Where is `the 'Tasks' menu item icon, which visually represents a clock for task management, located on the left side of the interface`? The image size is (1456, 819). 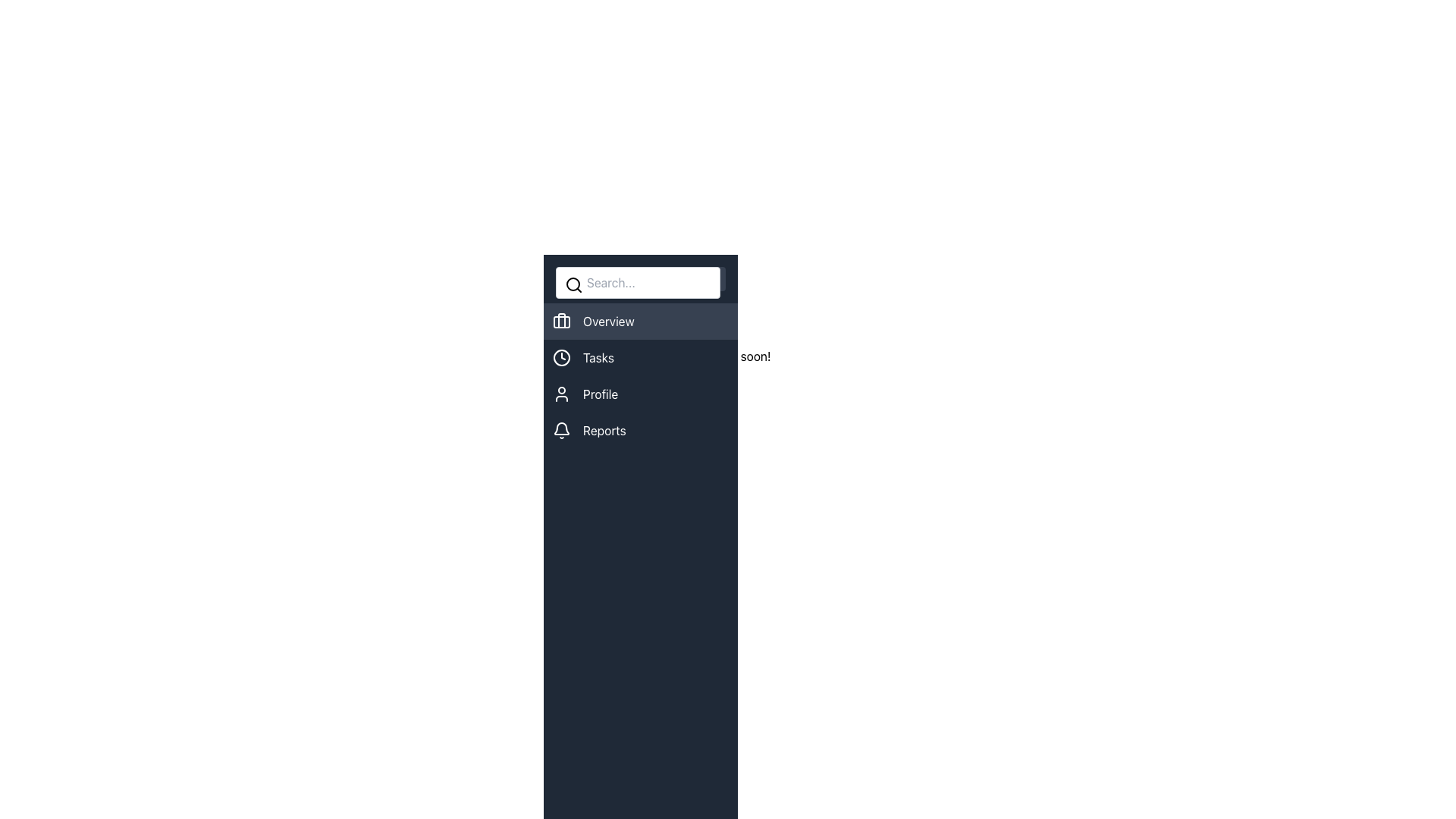 the 'Tasks' menu item icon, which visually represents a clock for task management, located on the left side of the interface is located at coordinates (560, 357).